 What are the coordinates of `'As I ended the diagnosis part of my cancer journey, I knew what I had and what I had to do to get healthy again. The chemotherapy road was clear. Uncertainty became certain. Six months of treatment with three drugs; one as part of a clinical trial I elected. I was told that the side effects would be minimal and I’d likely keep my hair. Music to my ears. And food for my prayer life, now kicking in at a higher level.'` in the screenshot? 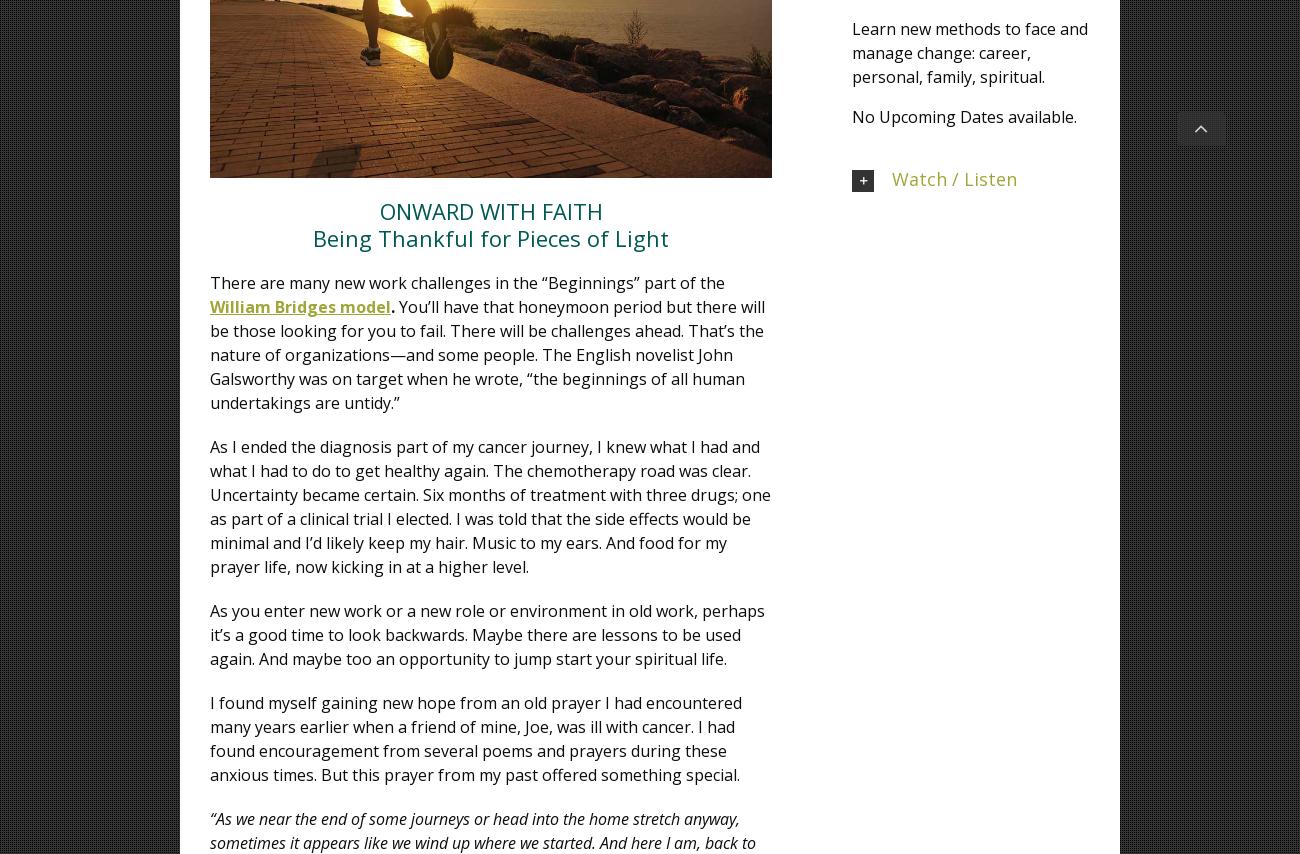 It's located at (490, 506).